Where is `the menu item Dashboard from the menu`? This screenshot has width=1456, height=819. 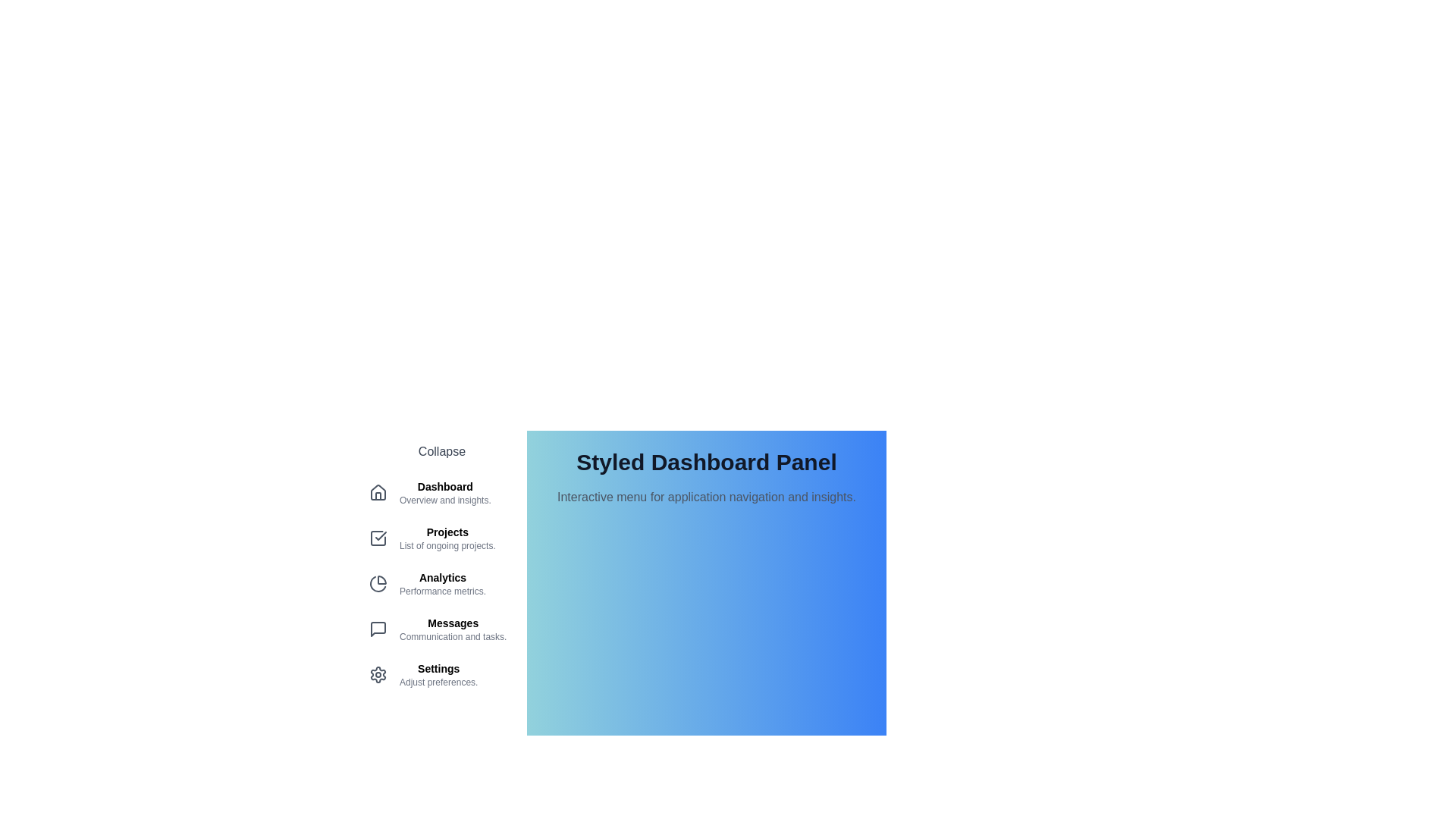
the menu item Dashboard from the menu is located at coordinates (441, 493).